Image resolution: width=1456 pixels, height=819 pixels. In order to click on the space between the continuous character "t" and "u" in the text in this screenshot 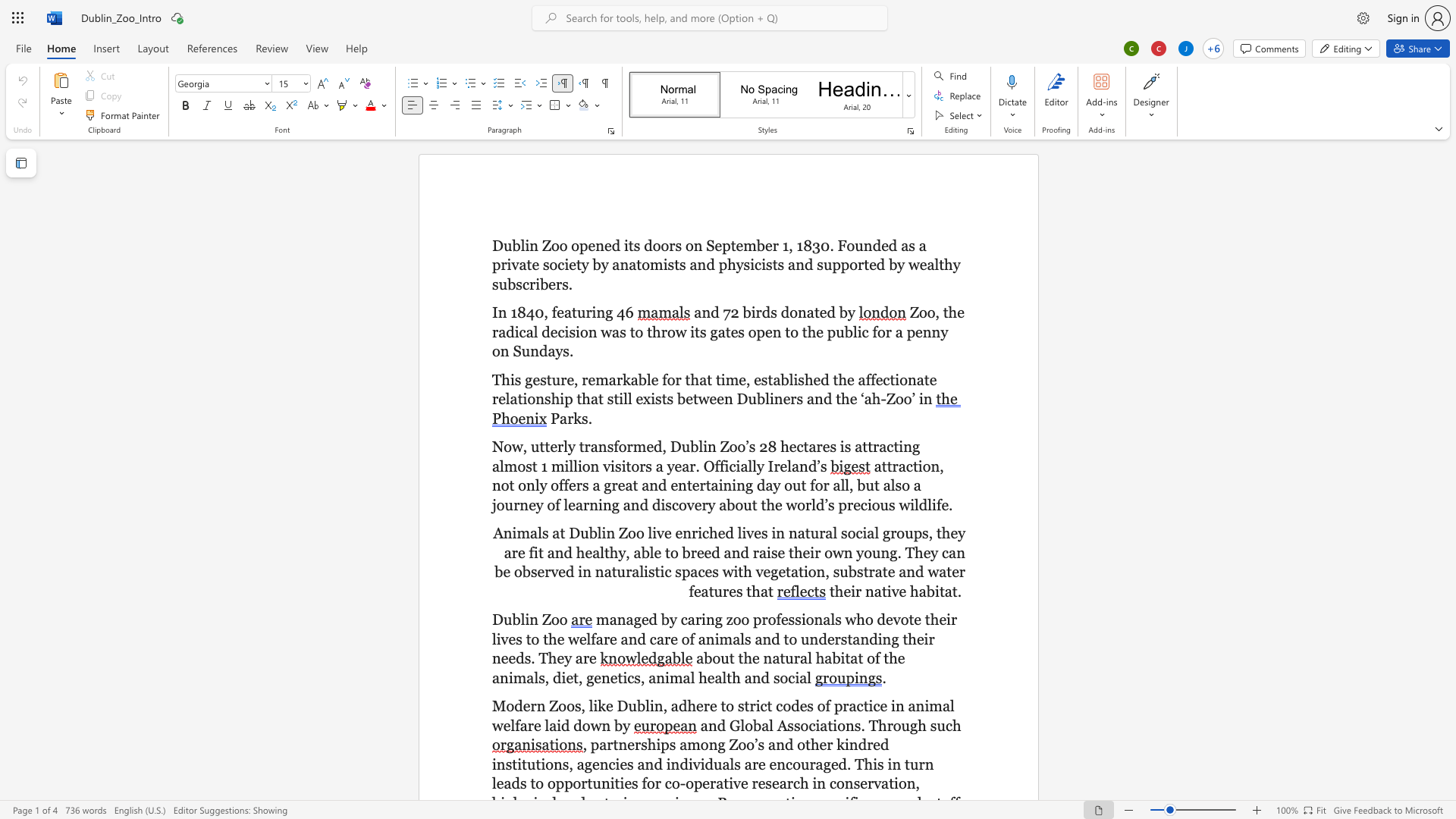, I will do `click(551, 378)`.